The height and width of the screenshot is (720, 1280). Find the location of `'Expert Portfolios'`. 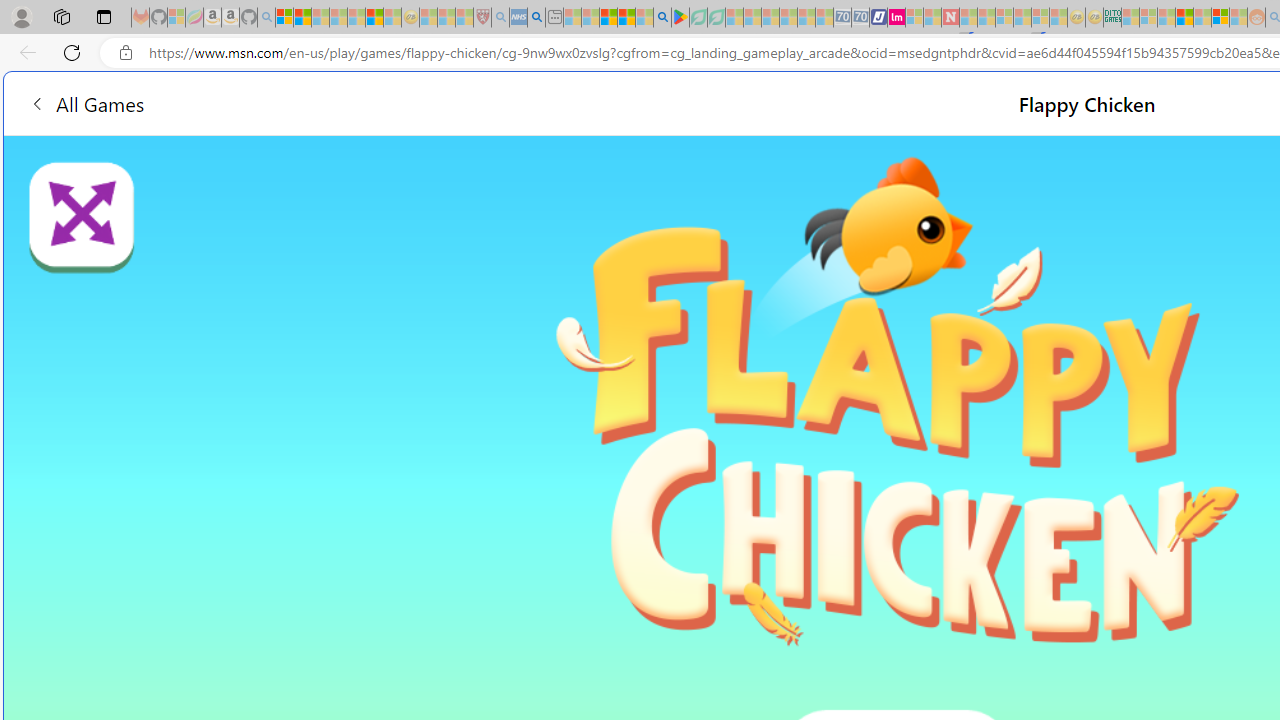

'Expert Portfolios' is located at coordinates (1184, 17).